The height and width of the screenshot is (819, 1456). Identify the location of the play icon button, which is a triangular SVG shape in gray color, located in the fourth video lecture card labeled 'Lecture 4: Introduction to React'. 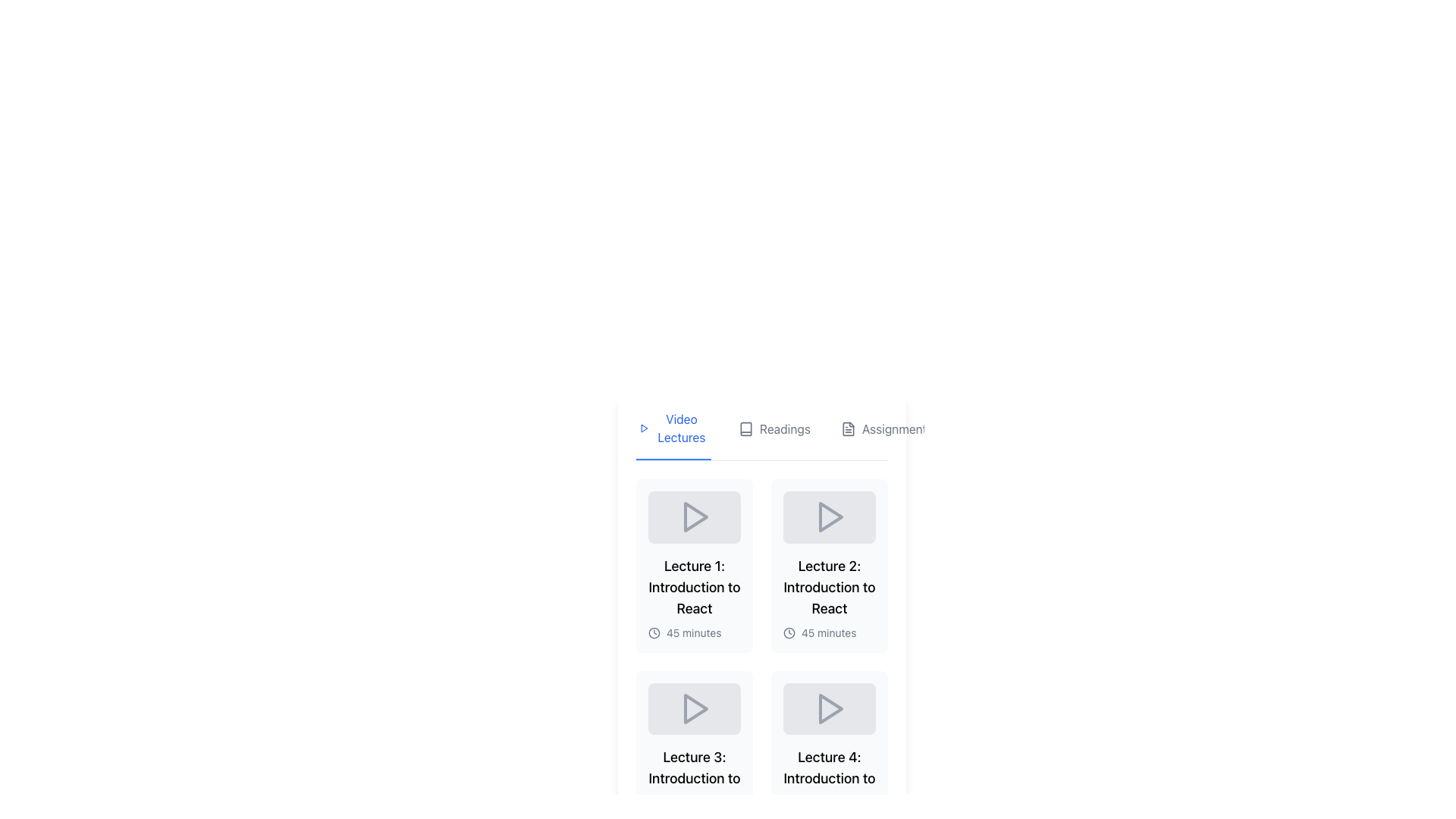
(829, 708).